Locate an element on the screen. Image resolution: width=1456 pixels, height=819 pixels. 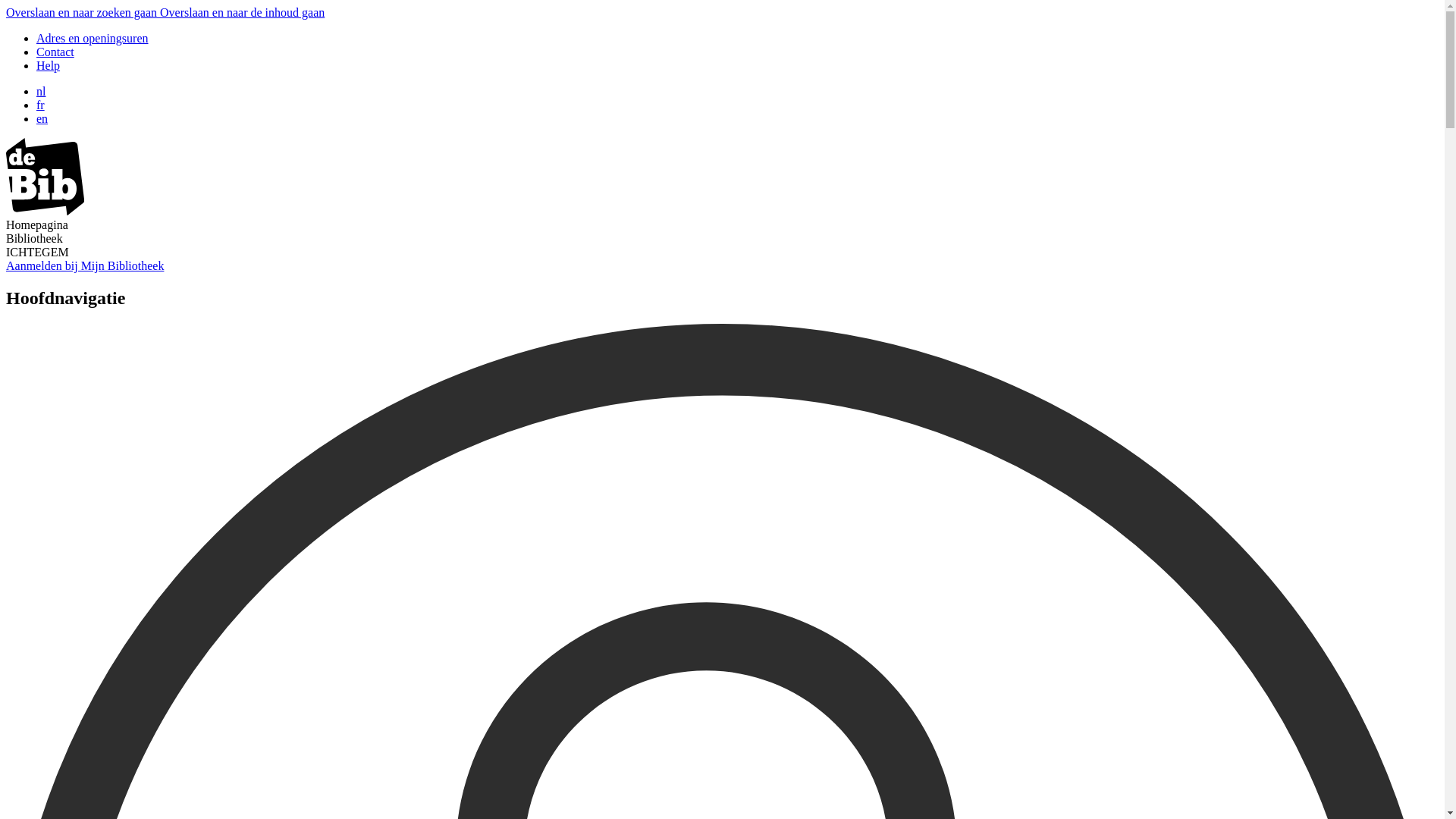
'fr' is located at coordinates (40, 104).